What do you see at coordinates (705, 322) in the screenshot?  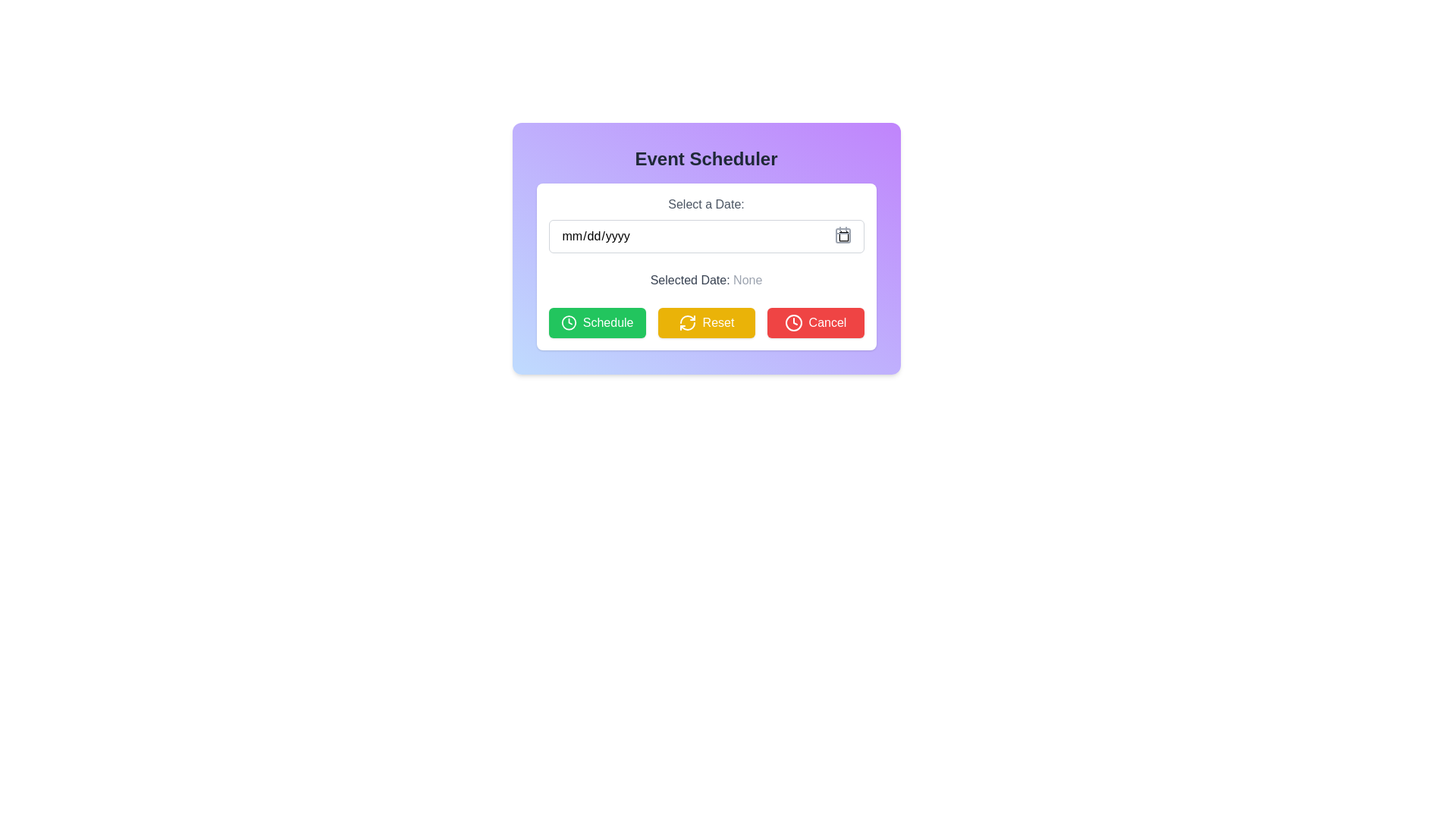 I see `the reset button located between the green 'Schedule' button and the red 'Cancel' button at the bottom of the card-like component to reset inputs` at bounding box center [705, 322].